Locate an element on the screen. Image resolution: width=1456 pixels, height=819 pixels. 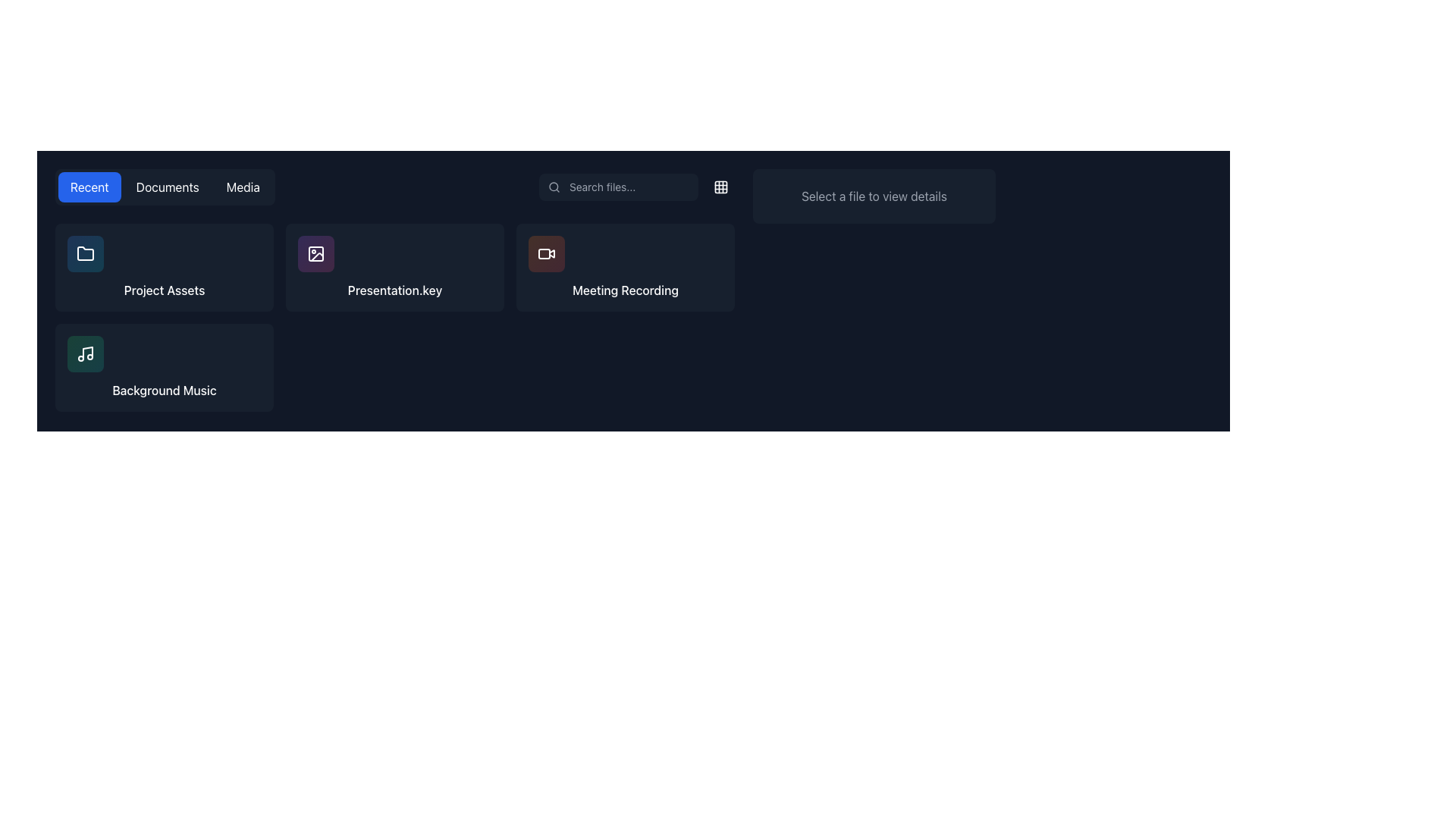
the visual identification button for an image file located in the upper row, second column of the grid layout is located at coordinates (315, 253).